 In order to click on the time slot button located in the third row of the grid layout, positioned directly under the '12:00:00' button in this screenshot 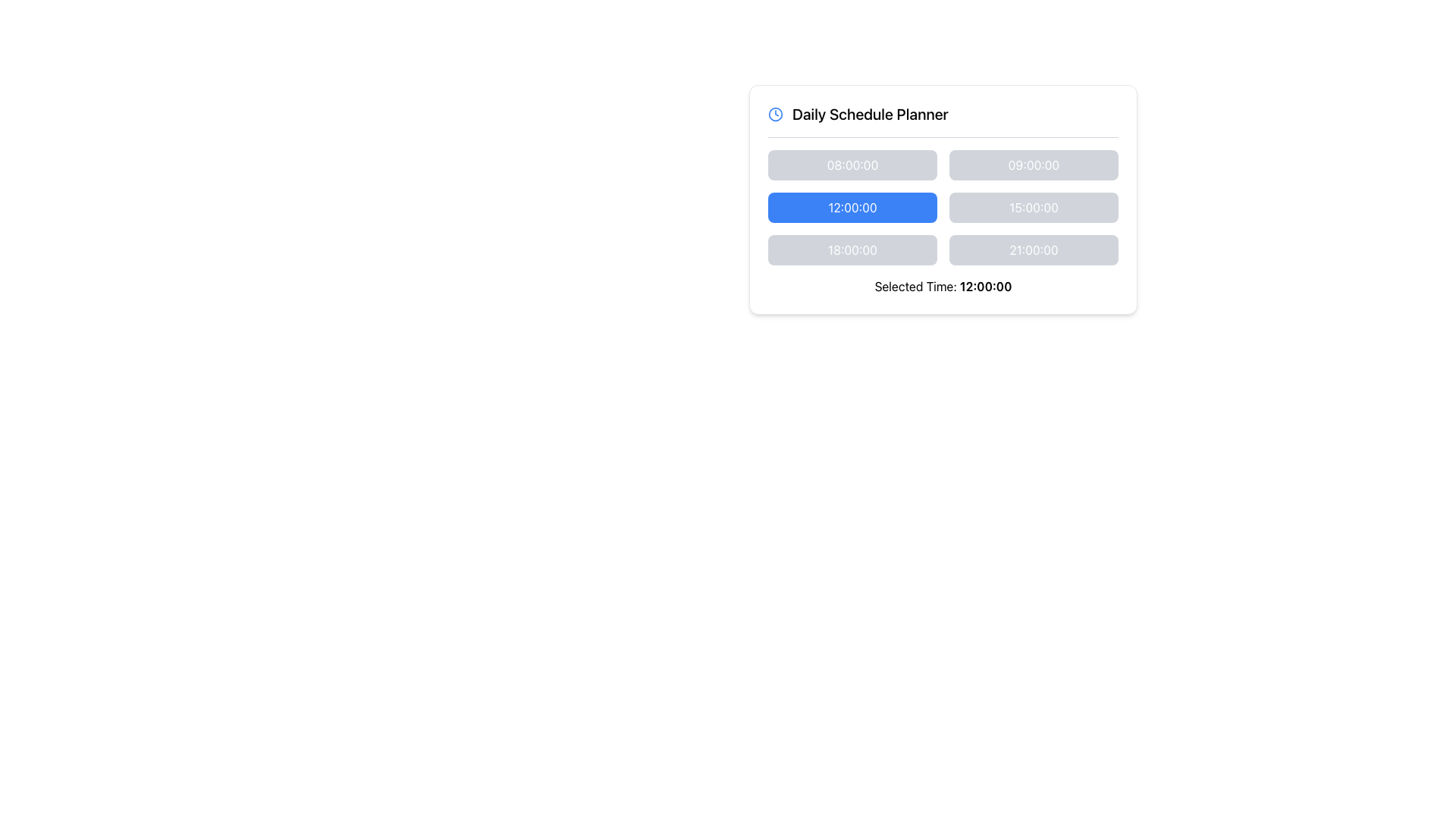, I will do `click(852, 249)`.